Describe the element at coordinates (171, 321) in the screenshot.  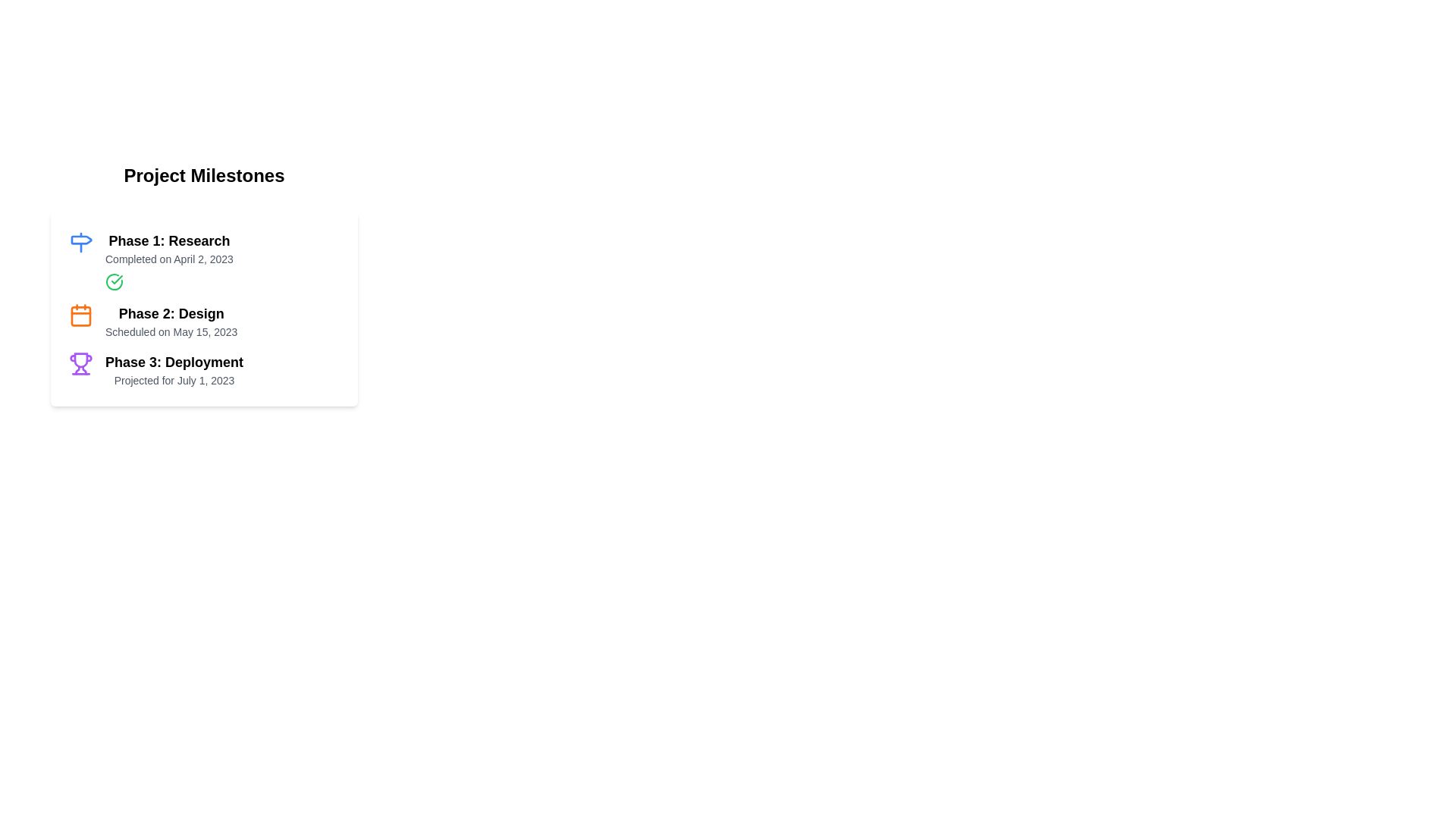
I see `the text block containing styled text that displays 'Phase 2: Design' in bold and 'Scheduled on May 15, 2023' in smaller gray font, indicating a project milestone` at that location.